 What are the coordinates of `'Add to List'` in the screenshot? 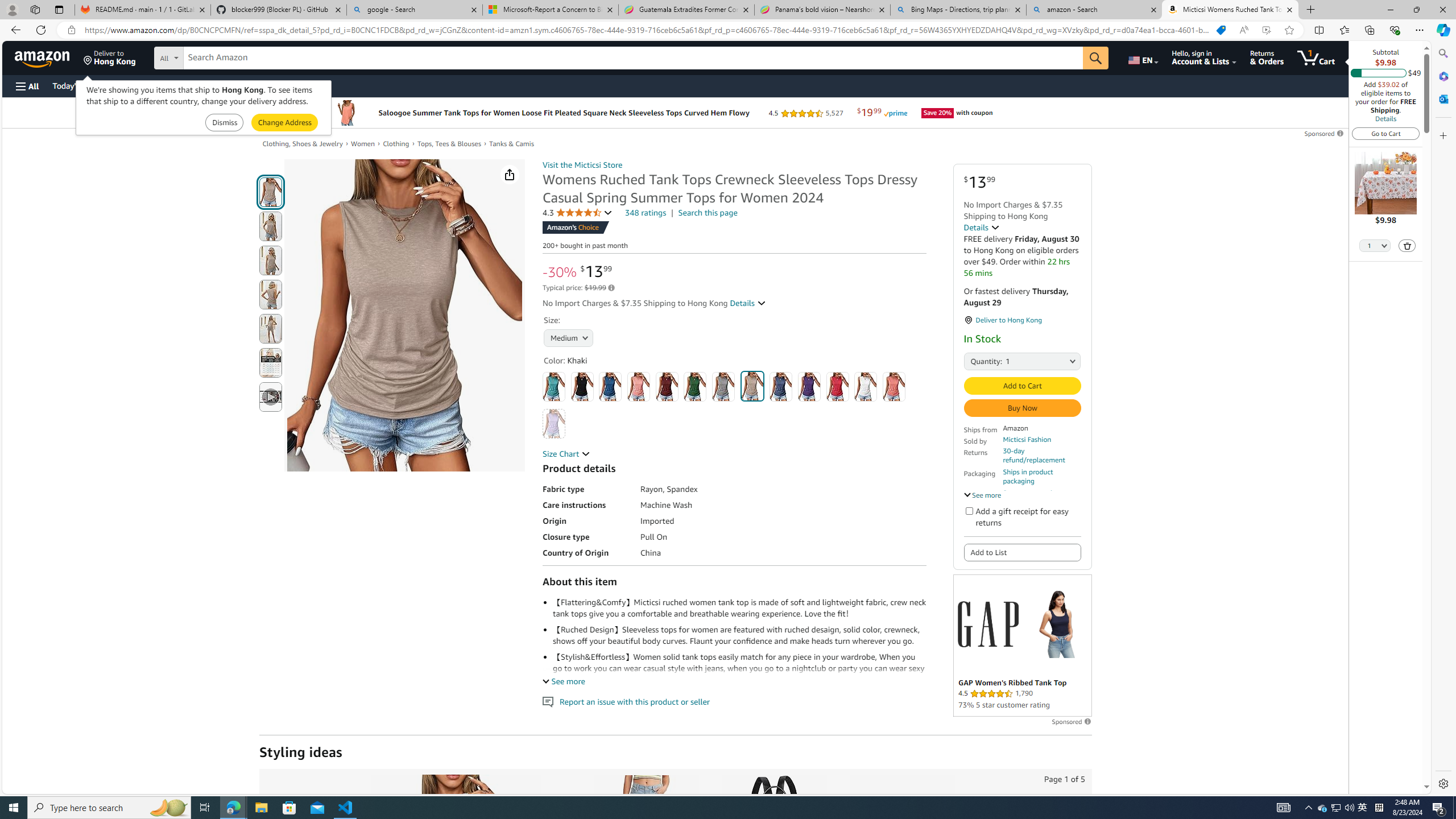 It's located at (1022, 553).